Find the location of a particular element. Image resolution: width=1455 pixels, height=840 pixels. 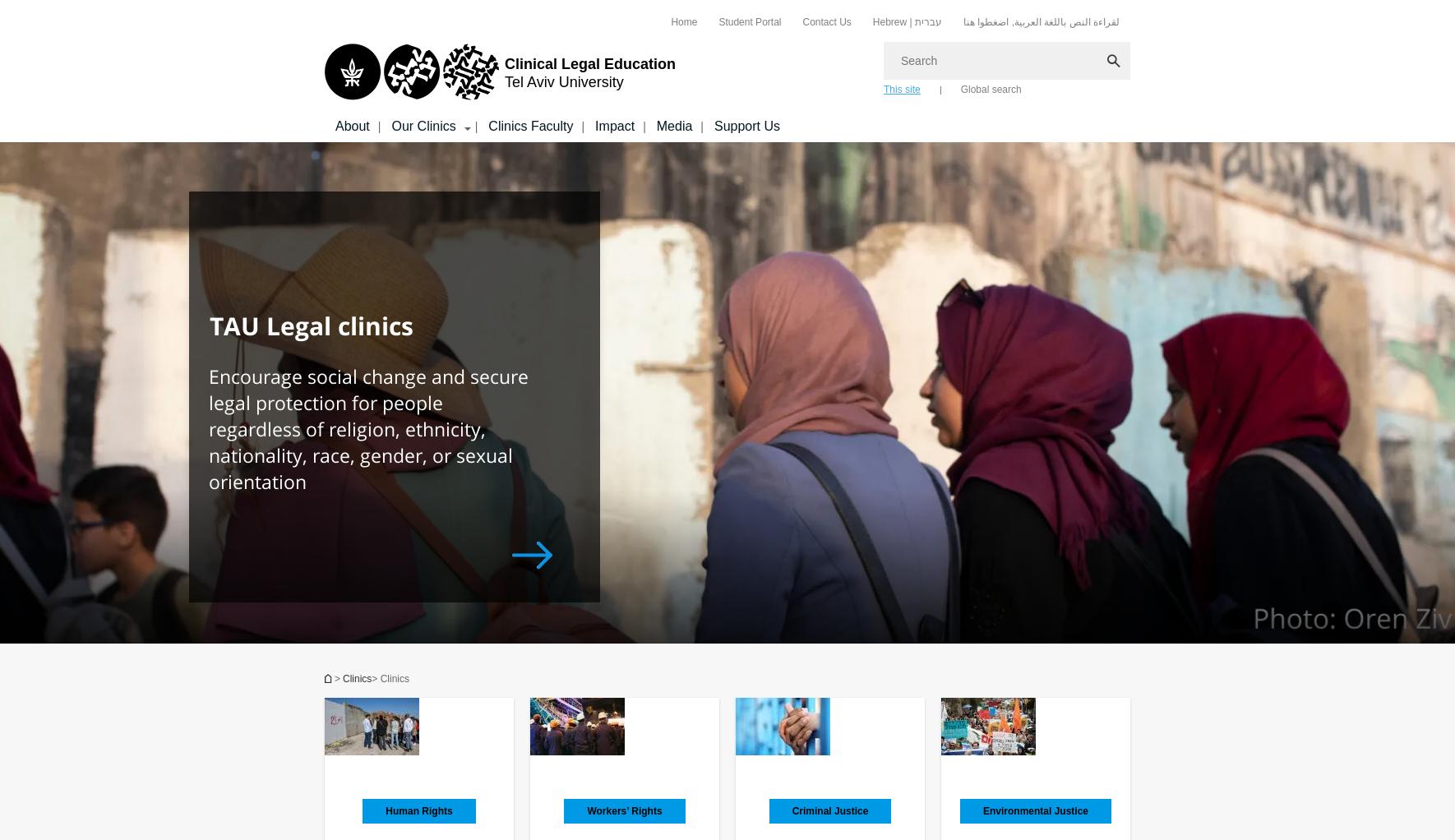

'Global search' is located at coordinates (990, 89).